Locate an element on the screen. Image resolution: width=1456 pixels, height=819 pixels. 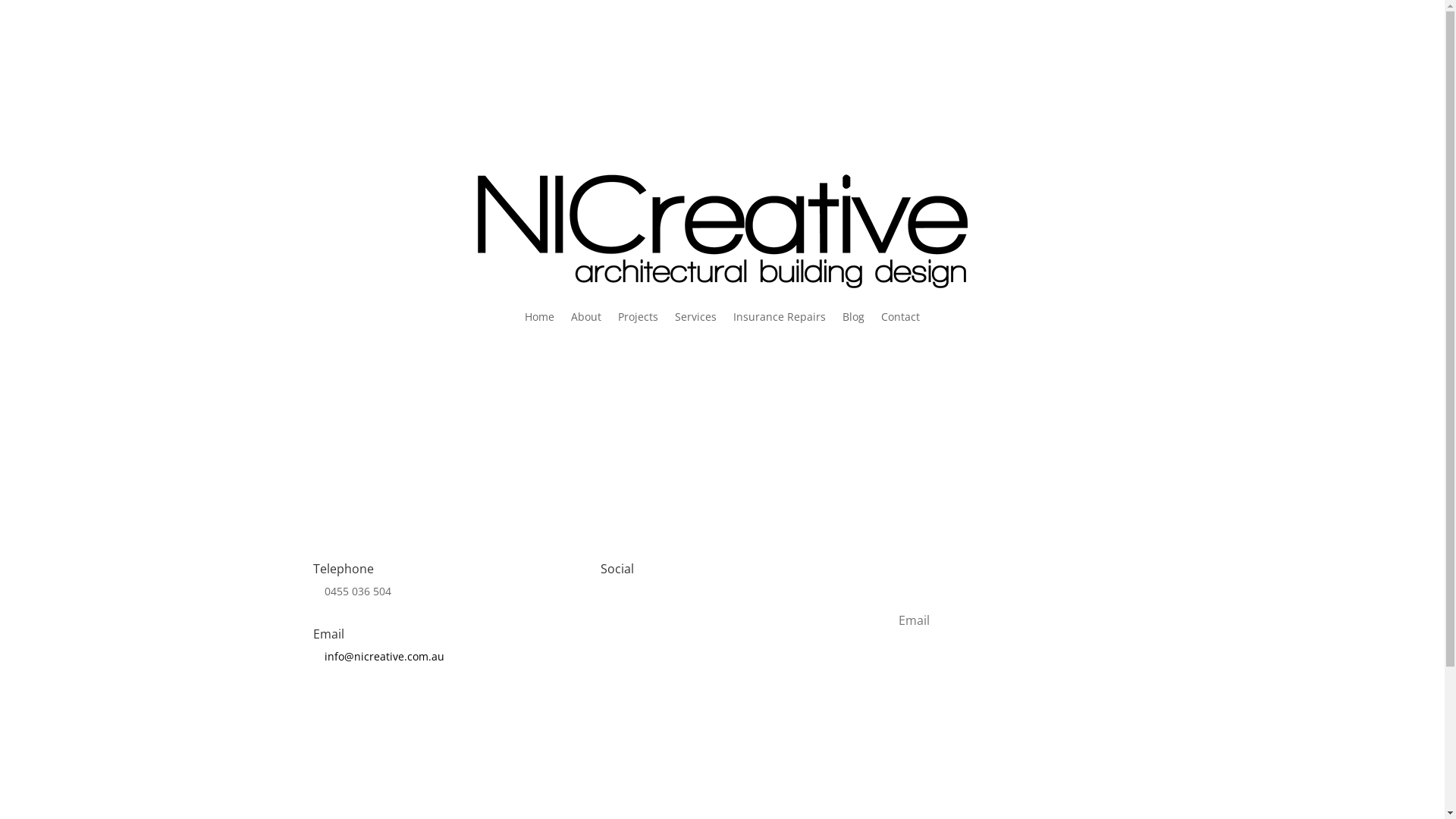
'Follow on LinkedIn' is located at coordinates (673, 617).